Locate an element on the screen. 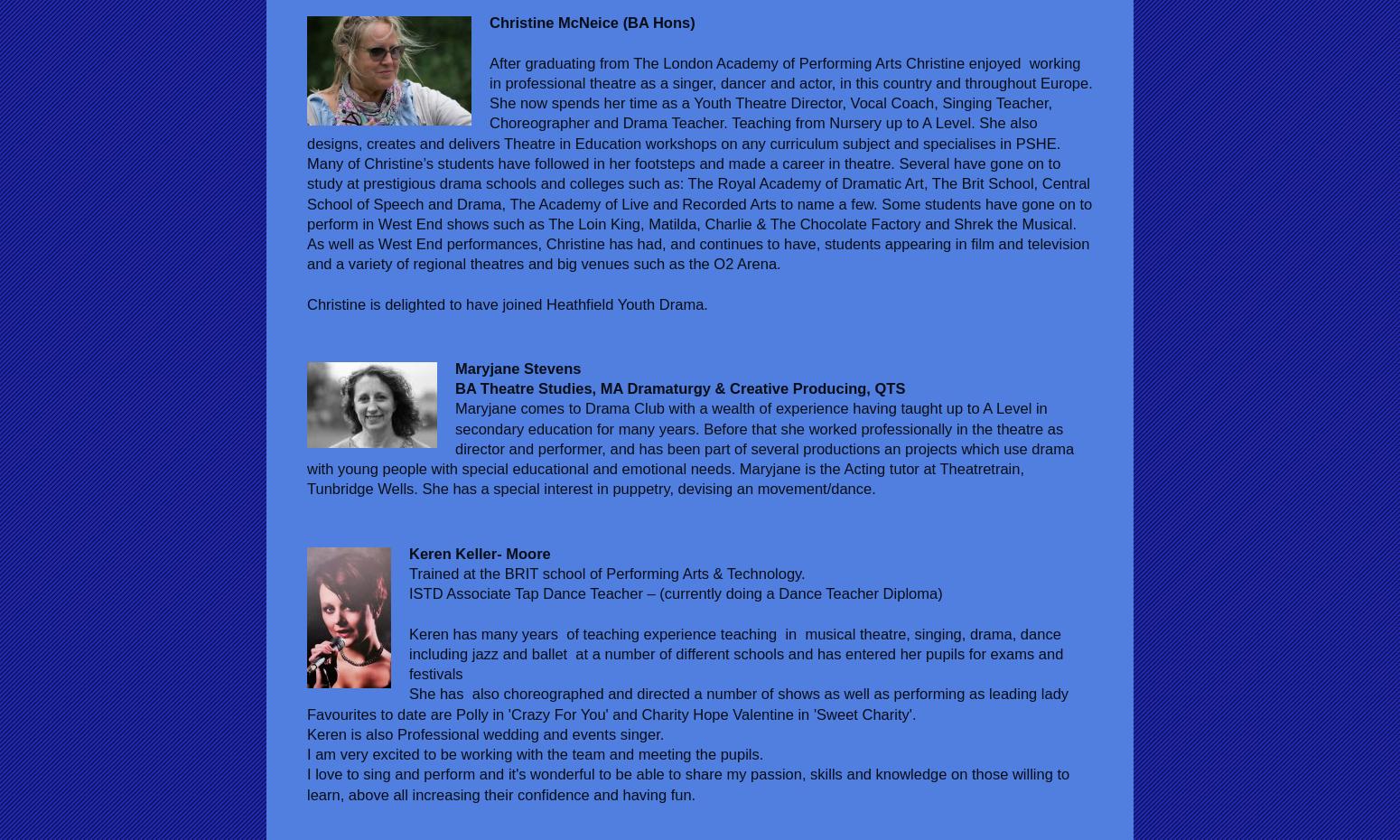 Image resolution: width=1400 pixels, height=840 pixels. 'BA Theatre Studies, MA Dramaturgy & Creative Producing, QTS' is located at coordinates (679, 388).